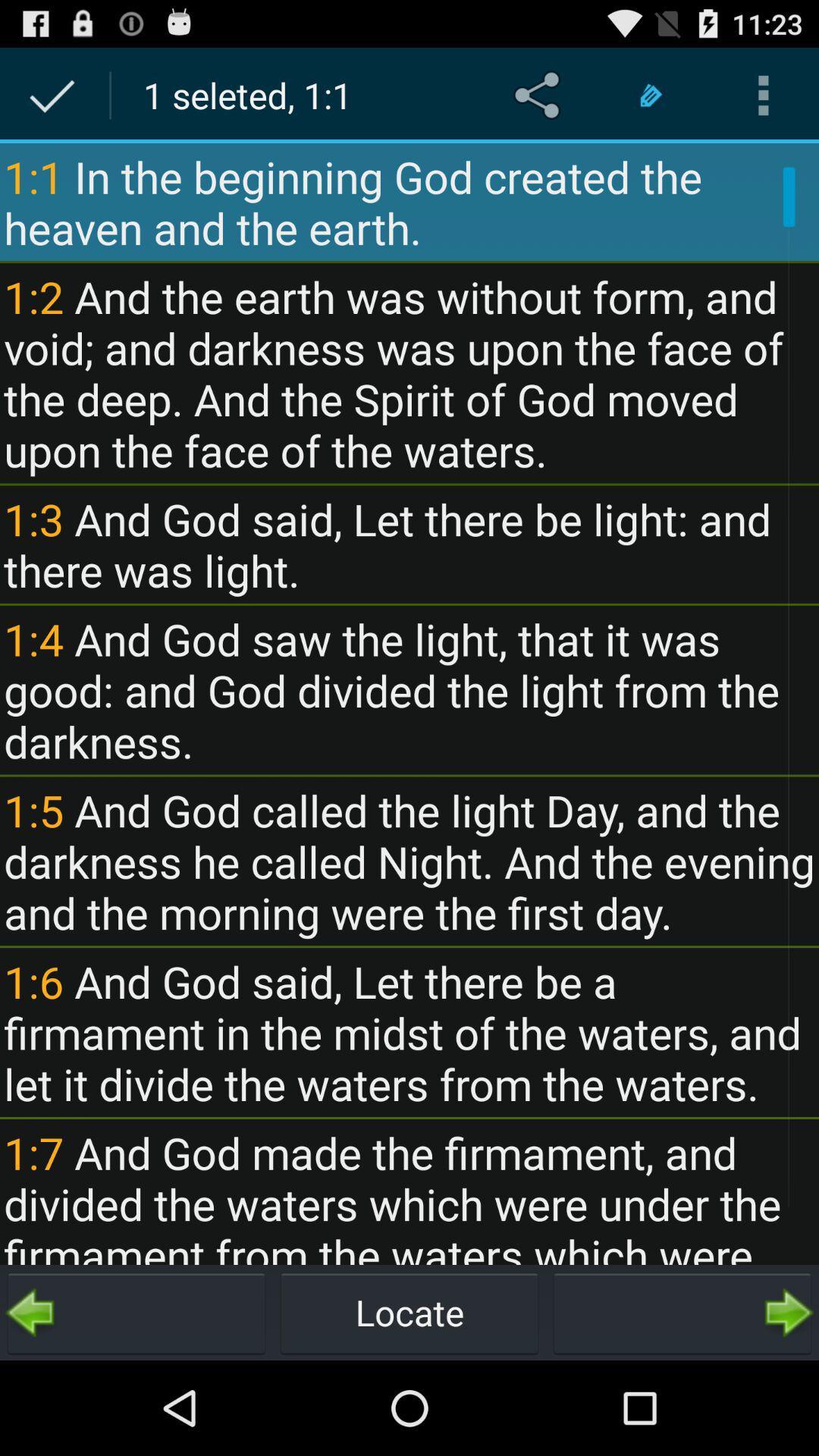 This screenshot has width=819, height=1456. What do you see at coordinates (651, 94) in the screenshot?
I see `the app above the 1 1 in icon` at bounding box center [651, 94].